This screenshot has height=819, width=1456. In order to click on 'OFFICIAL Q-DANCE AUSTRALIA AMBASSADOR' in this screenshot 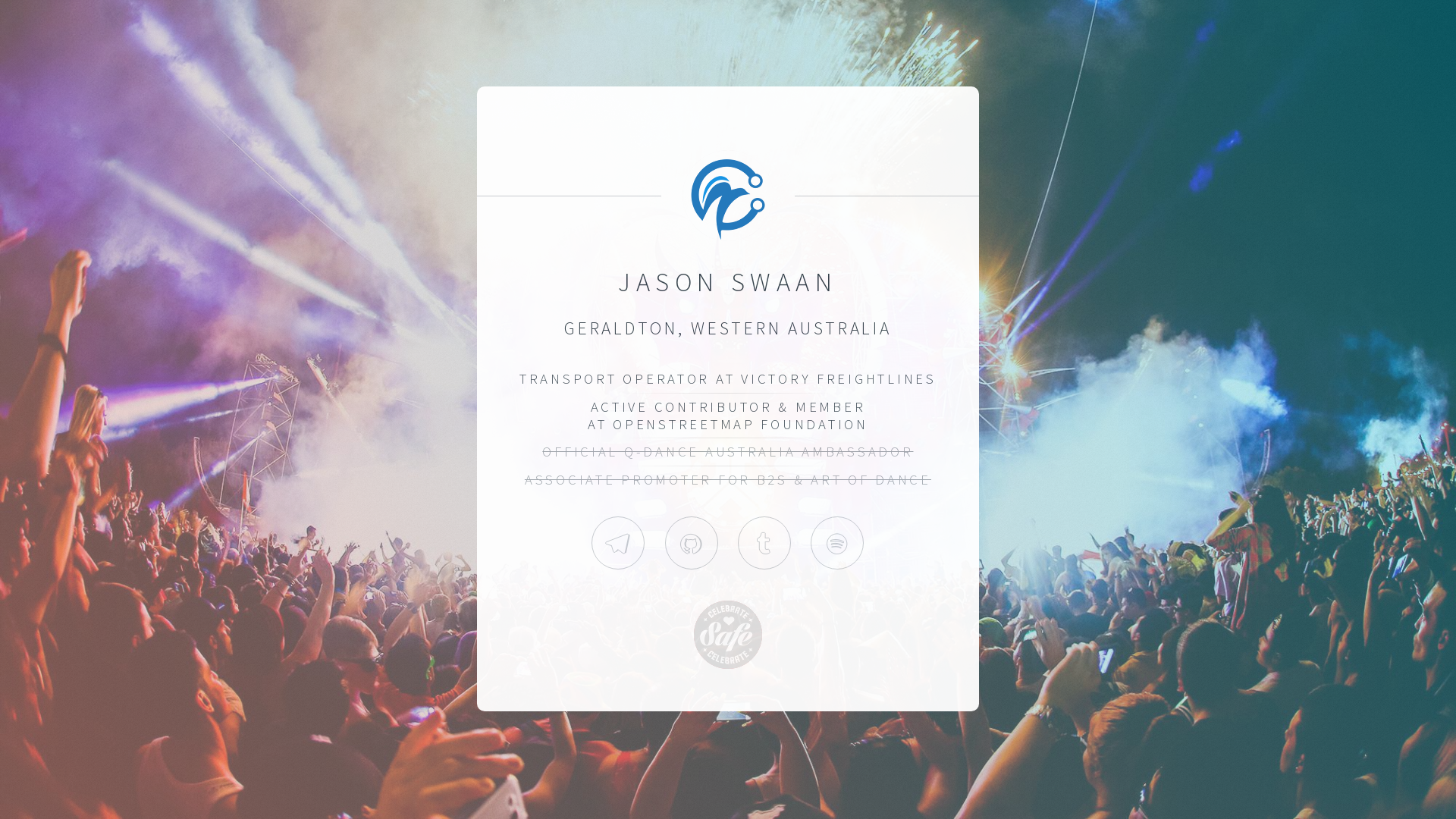, I will do `click(726, 450)`.